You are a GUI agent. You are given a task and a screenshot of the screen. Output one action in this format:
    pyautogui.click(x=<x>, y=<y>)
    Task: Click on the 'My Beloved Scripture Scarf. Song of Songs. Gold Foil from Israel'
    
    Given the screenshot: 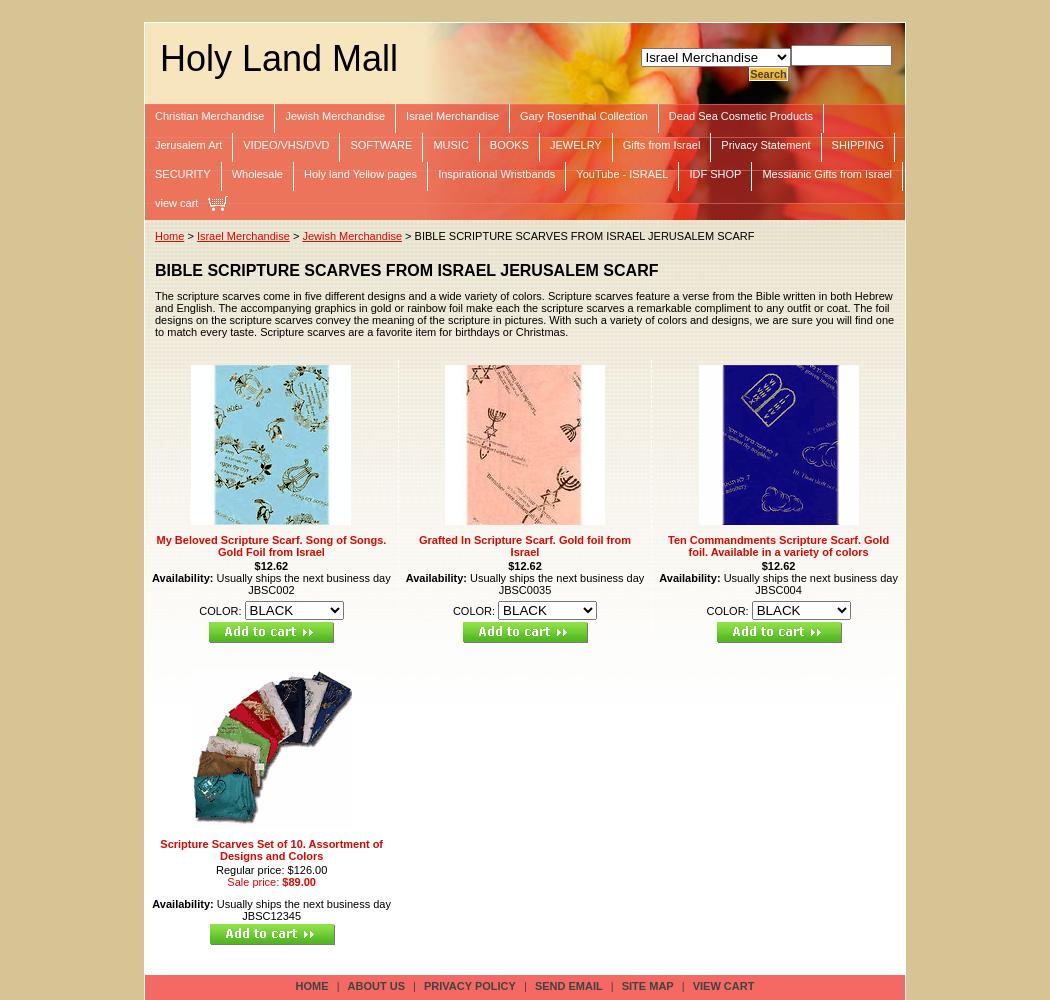 What is the action you would take?
    pyautogui.click(x=270, y=545)
    